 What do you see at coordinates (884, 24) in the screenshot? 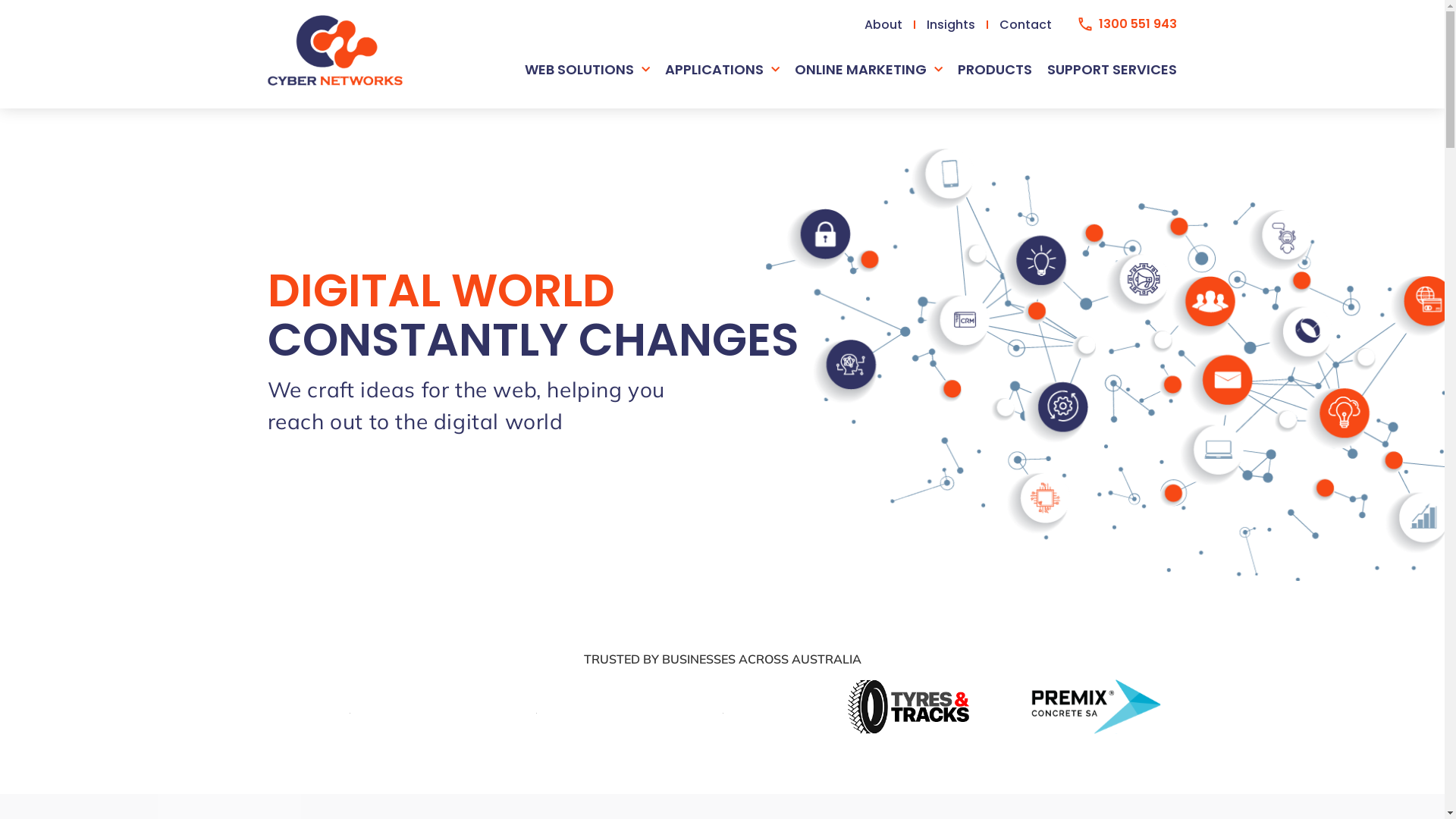
I see `'About'` at bounding box center [884, 24].